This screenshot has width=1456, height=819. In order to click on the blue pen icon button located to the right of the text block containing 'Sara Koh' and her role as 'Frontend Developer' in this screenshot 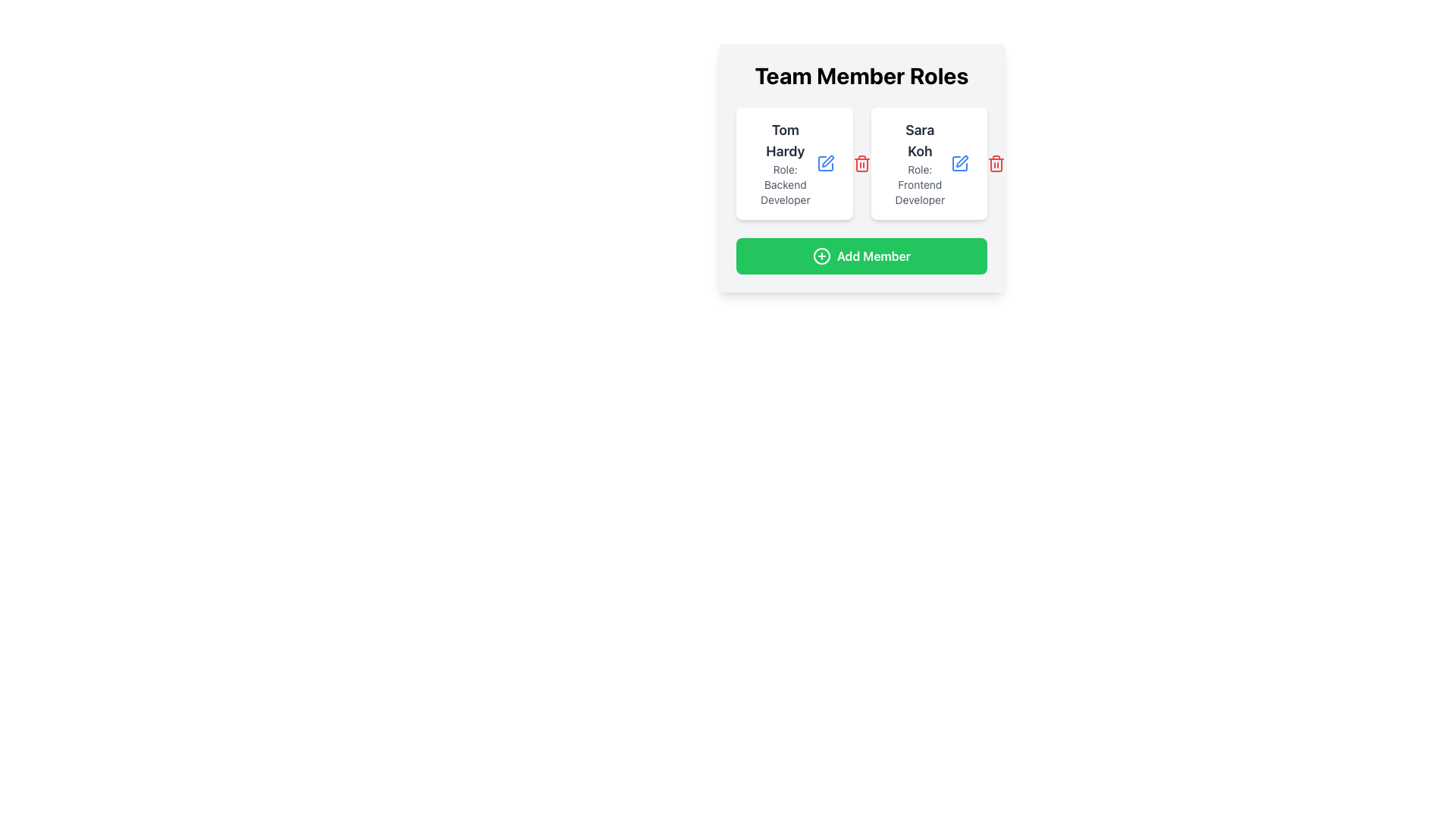, I will do `click(959, 164)`.